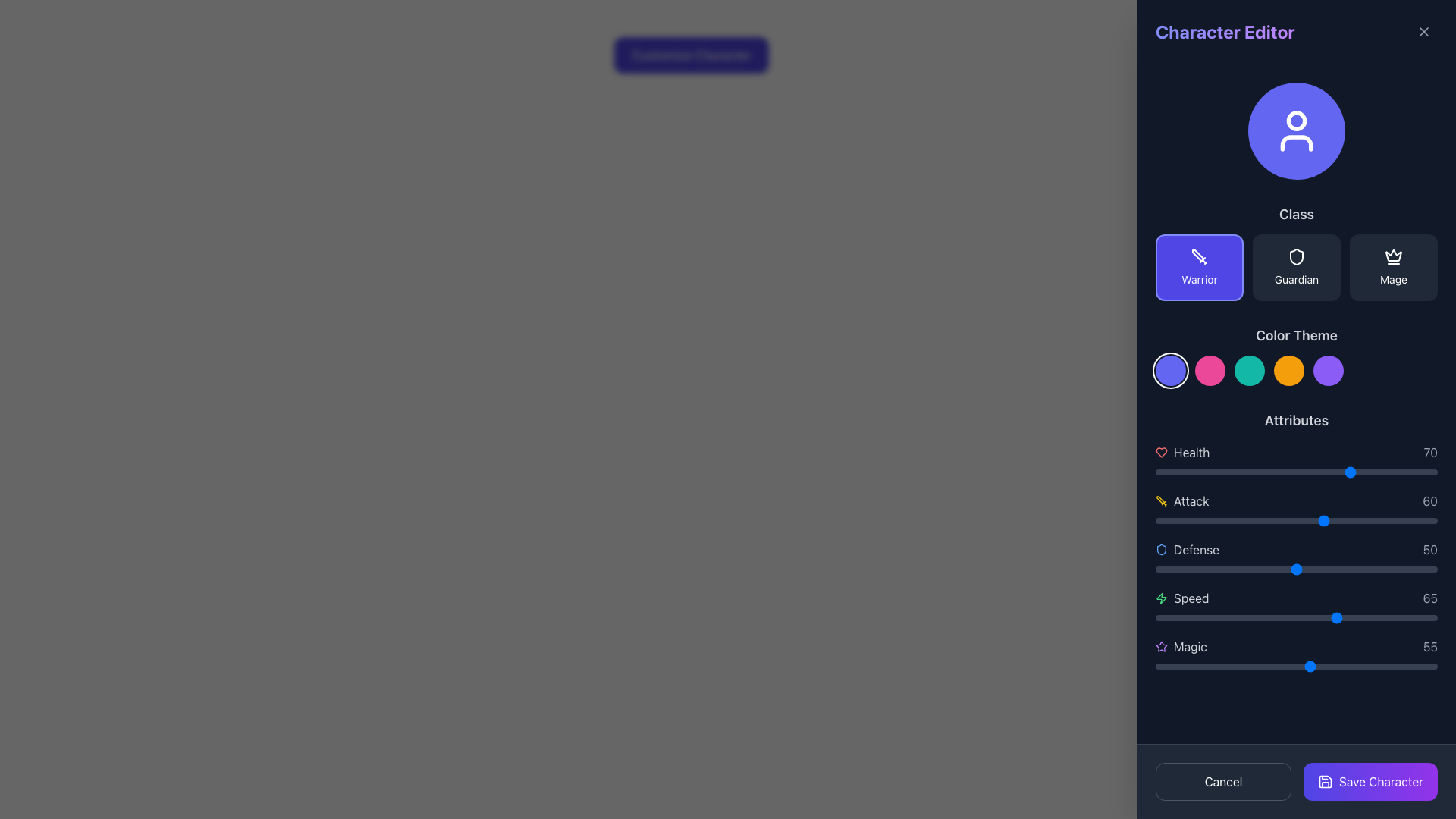  What do you see at coordinates (1189, 646) in the screenshot?
I see `the text label displaying 'Magic' styled with a gray font color, located next to a purple star icon in the Attributes section of the sidebar` at bounding box center [1189, 646].